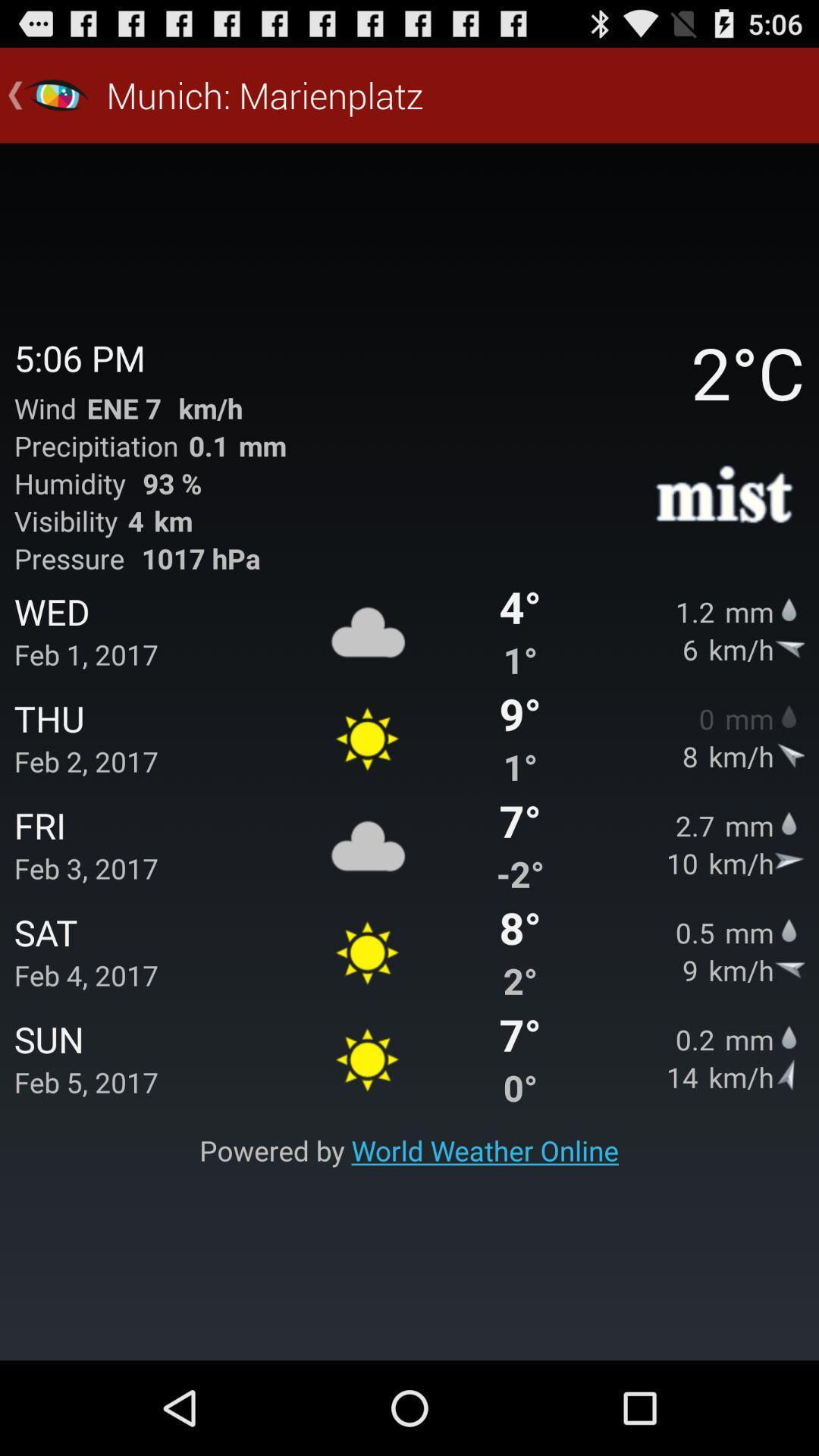  What do you see at coordinates (368, 843) in the screenshot?
I see `the icon which is next to the feb 3 2017` at bounding box center [368, 843].